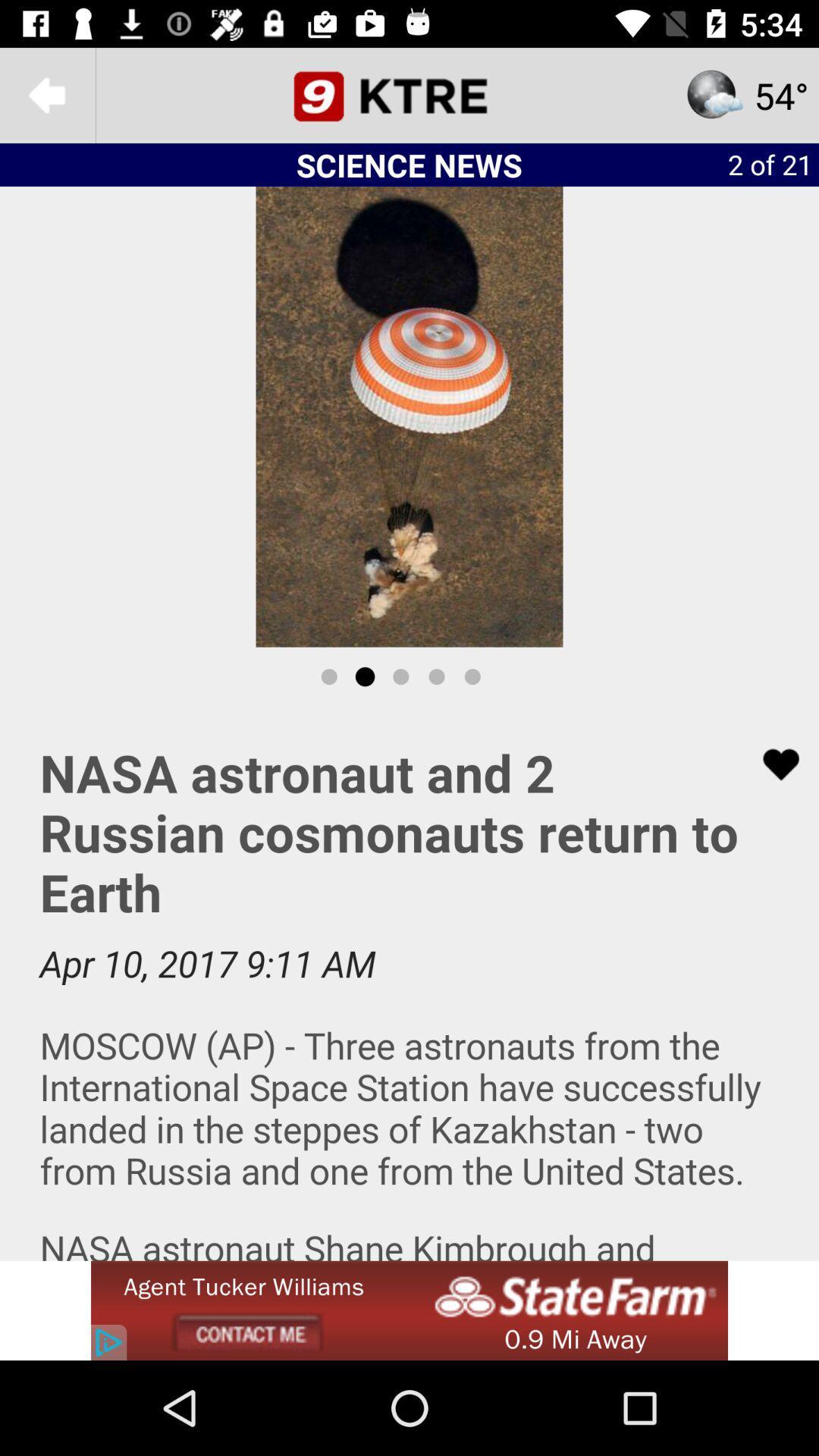  What do you see at coordinates (409, 94) in the screenshot?
I see `logo option button` at bounding box center [409, 94].